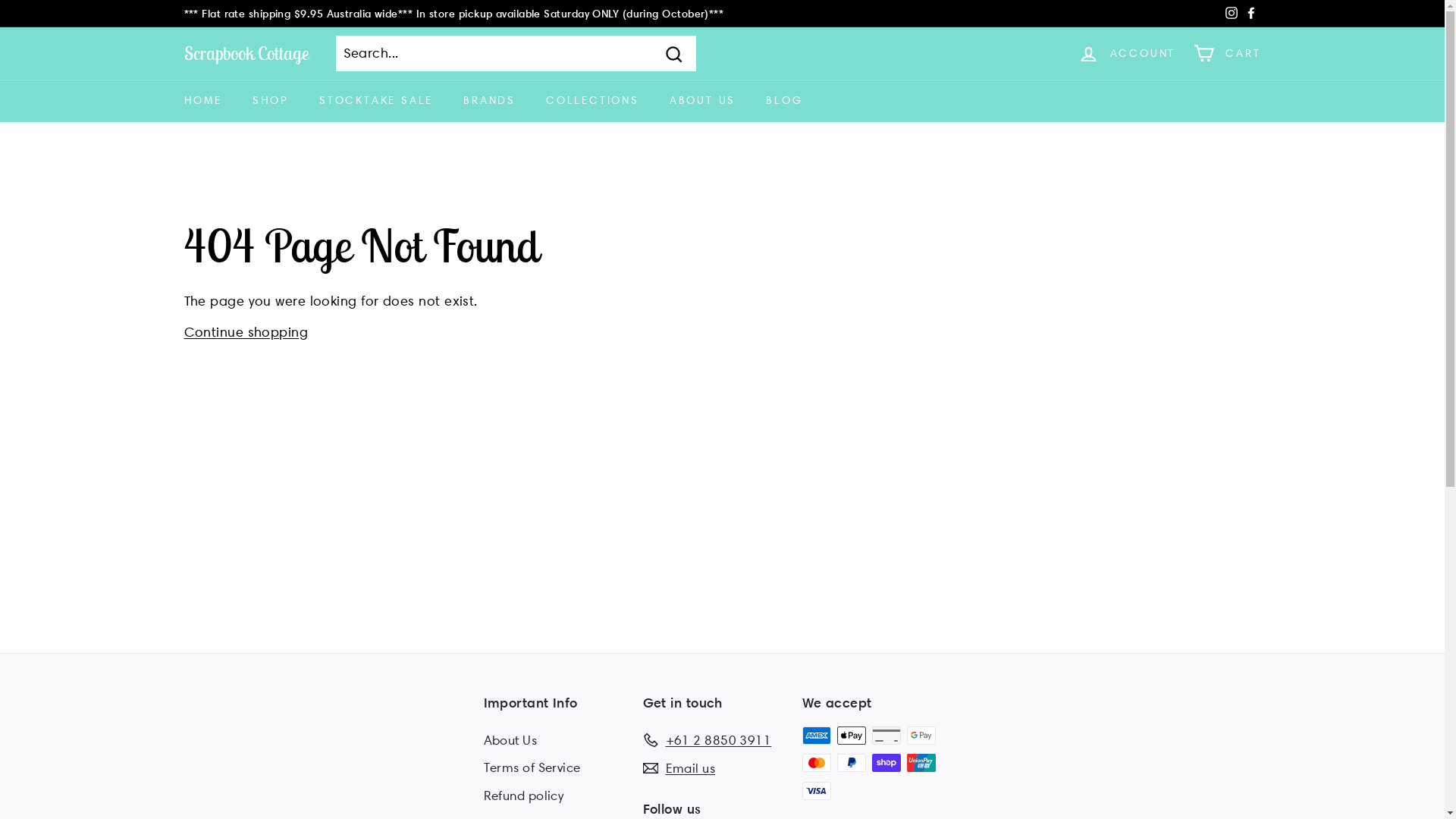 The width and height of the screenshot is (1456, 819). Describe the element at coordinates (1230, 14) in the screenshot. I see `'Instagram'` at that location.